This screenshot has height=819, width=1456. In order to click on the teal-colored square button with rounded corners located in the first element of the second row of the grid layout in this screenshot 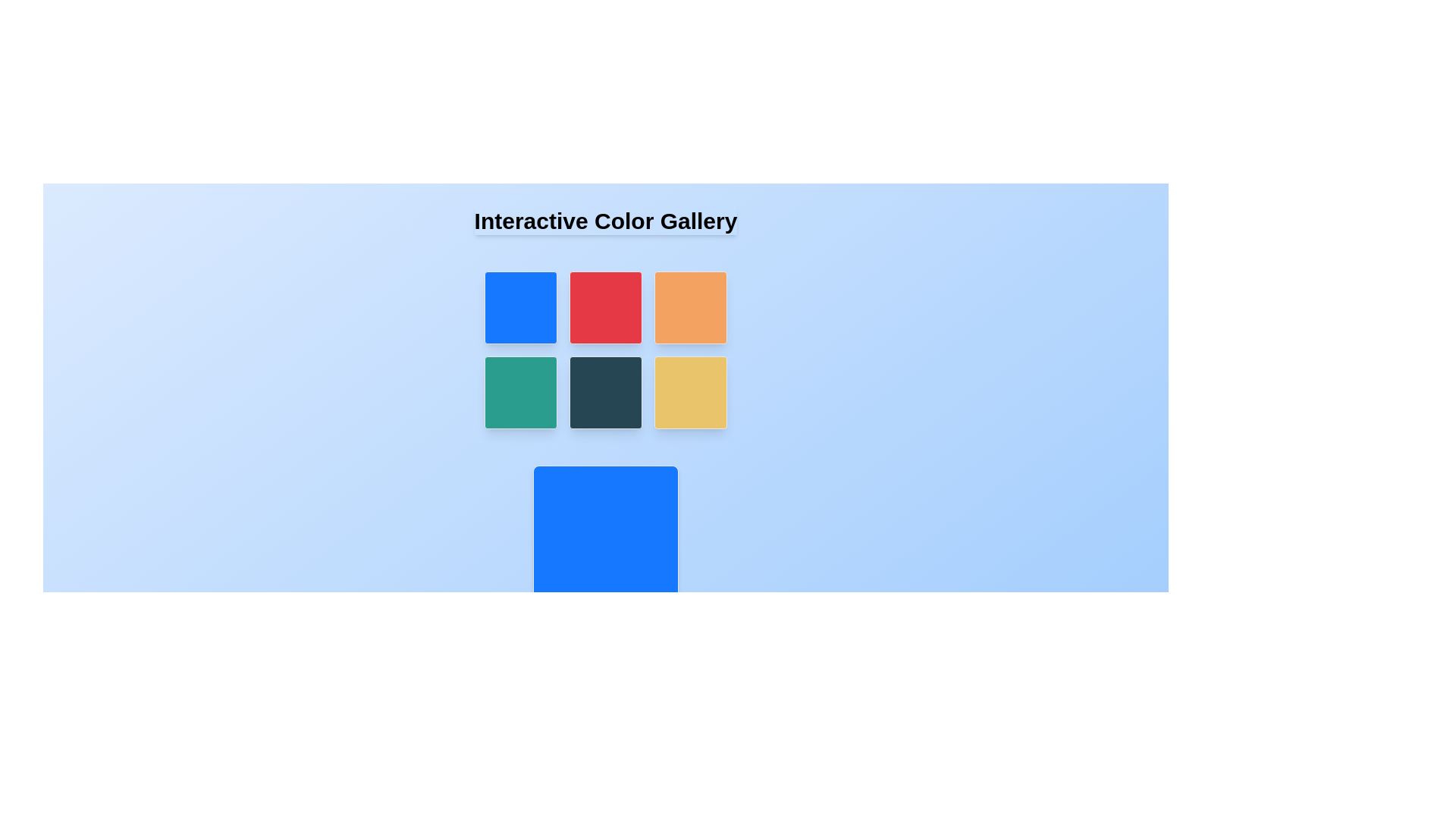, I will do `click(520, 391)`.